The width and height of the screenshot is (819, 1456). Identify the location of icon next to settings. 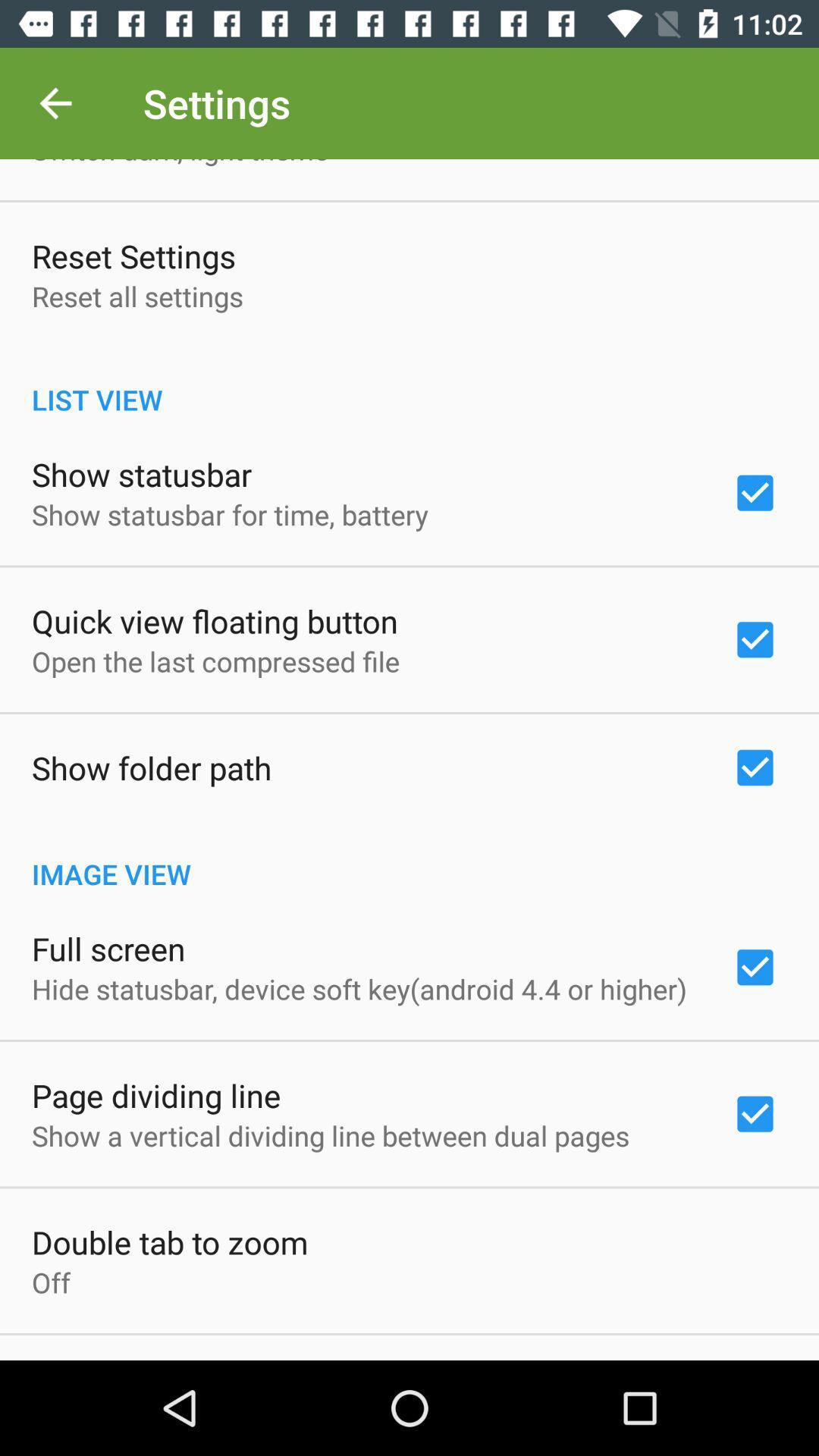
(55, 102).